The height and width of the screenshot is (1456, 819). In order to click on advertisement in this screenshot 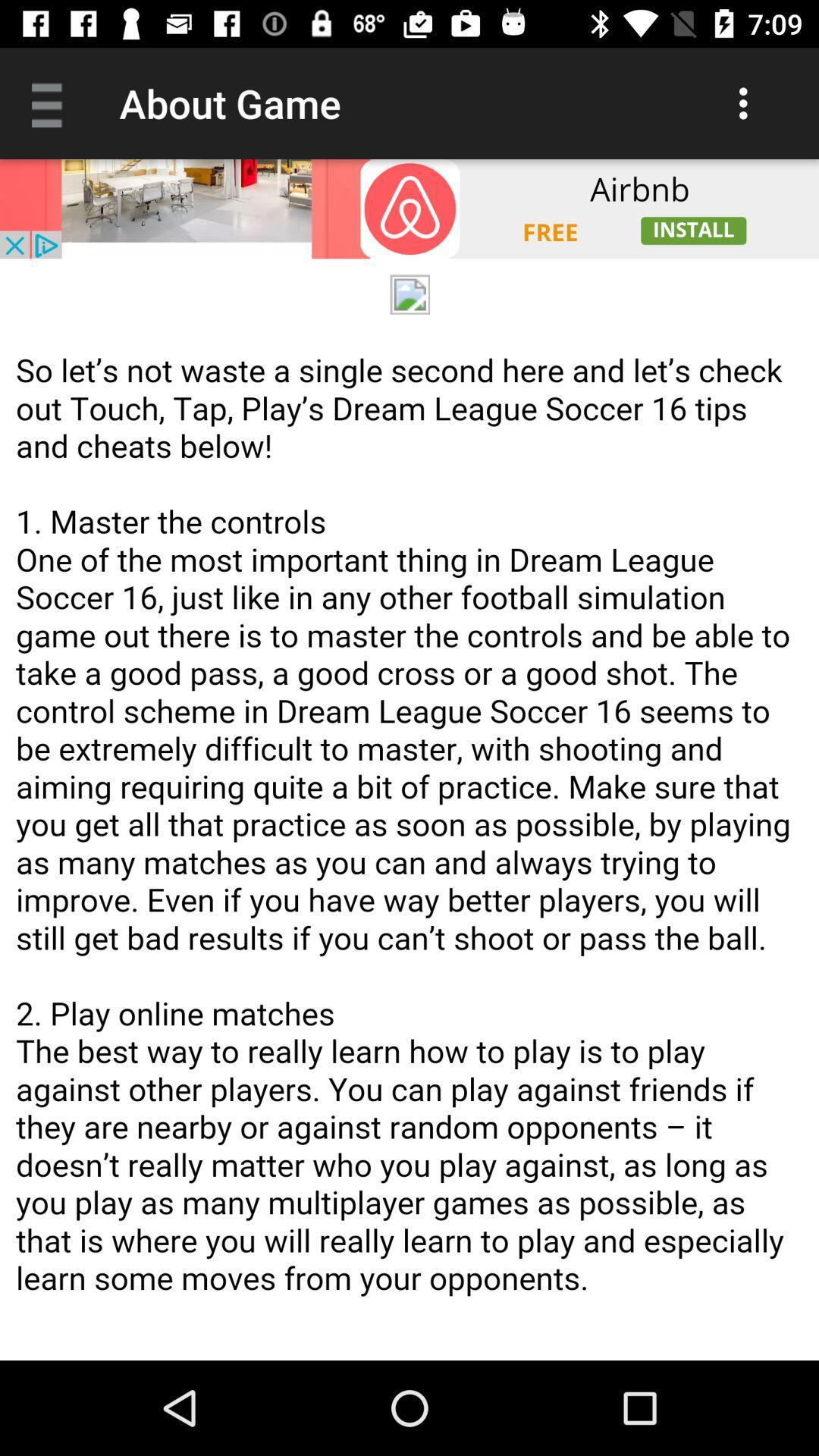, I will do `click(409, 208)`.